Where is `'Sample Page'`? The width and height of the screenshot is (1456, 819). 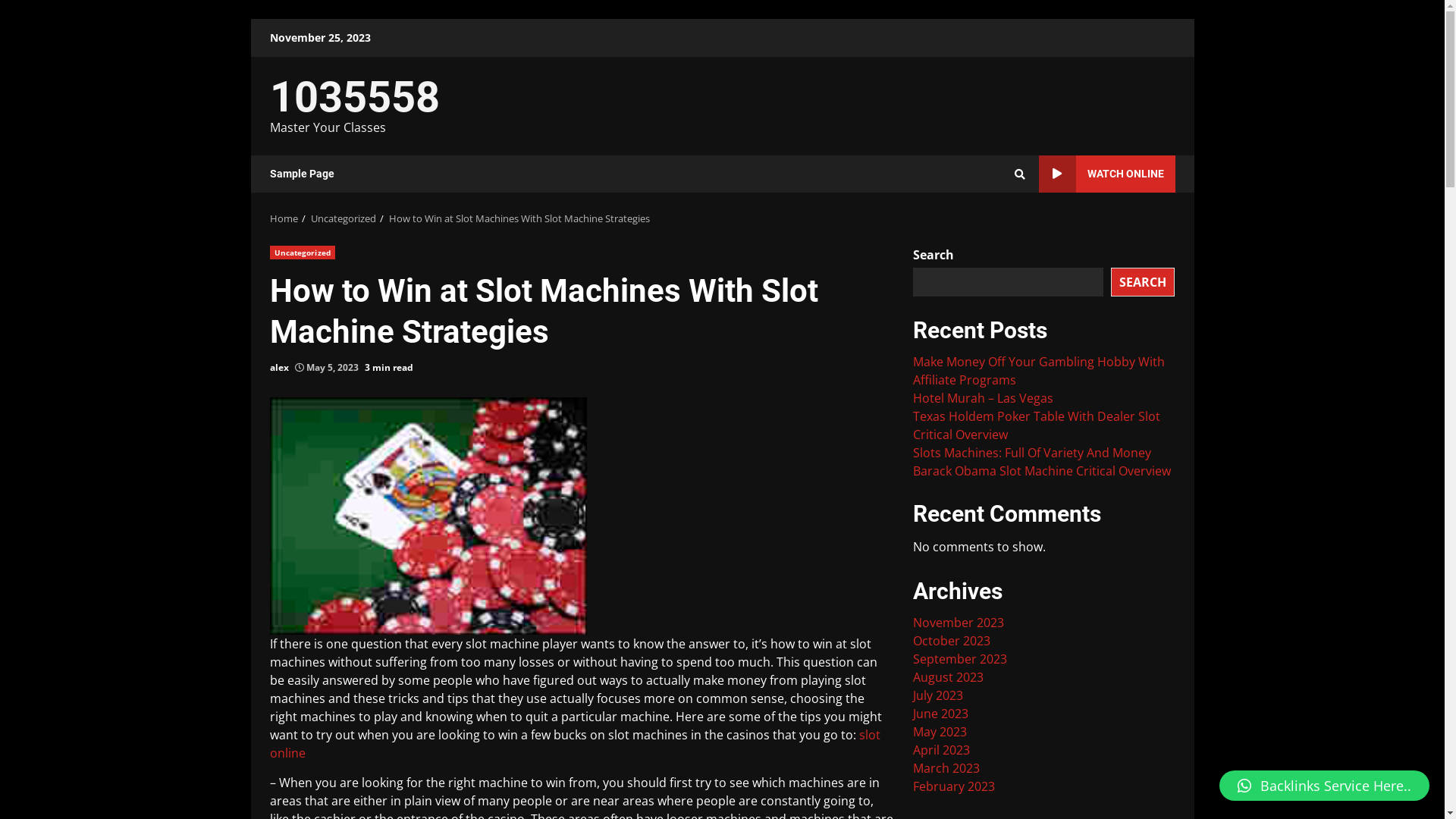
'Sample Page' is located at coordinates (269, 173).